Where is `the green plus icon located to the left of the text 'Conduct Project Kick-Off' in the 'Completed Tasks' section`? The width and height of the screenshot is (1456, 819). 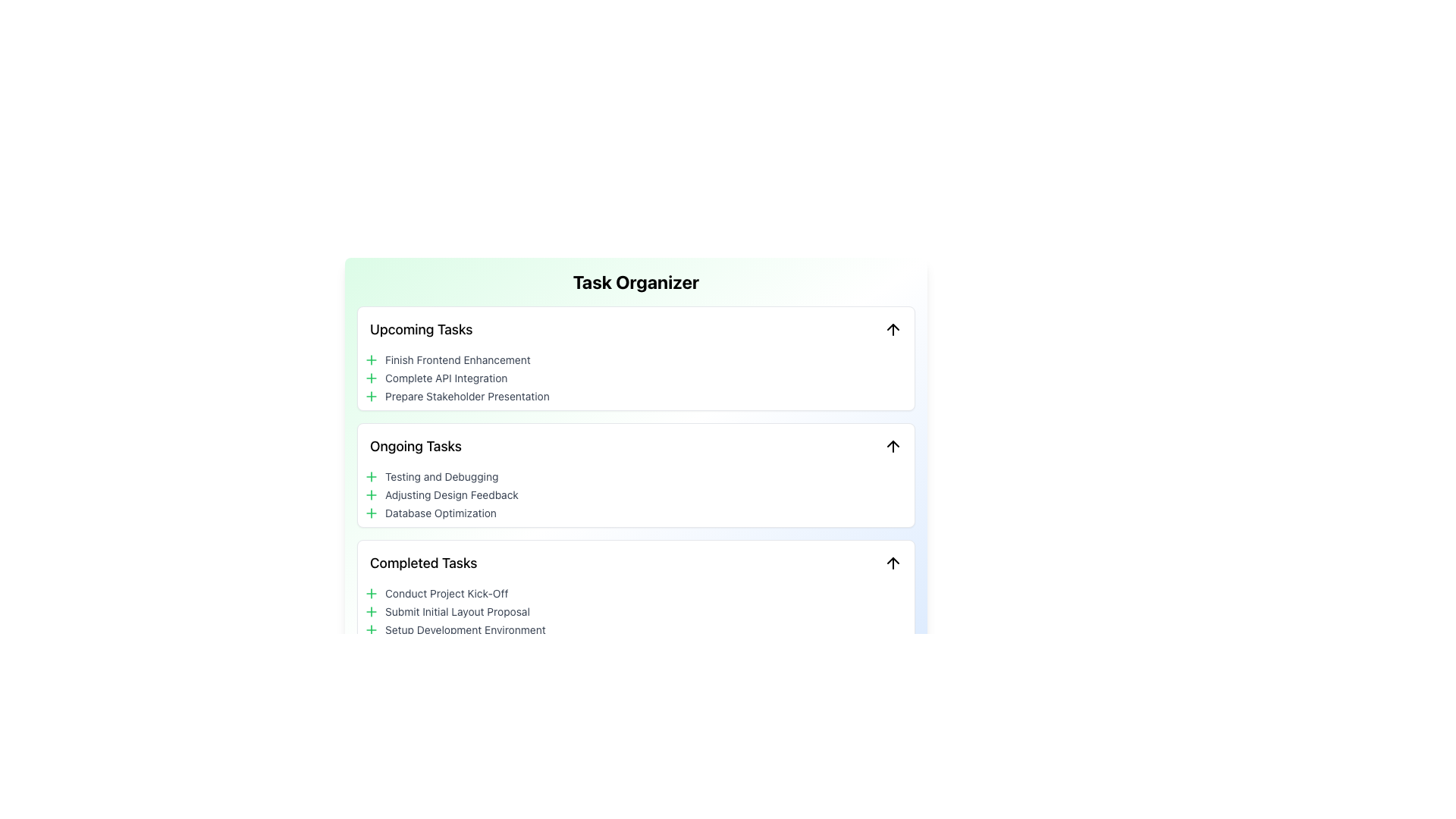
the green plus icon located to the left of the text 'Conduct Project Kick-Off' in the 'Completed Tasks' section is located at coordinates (371, 593).